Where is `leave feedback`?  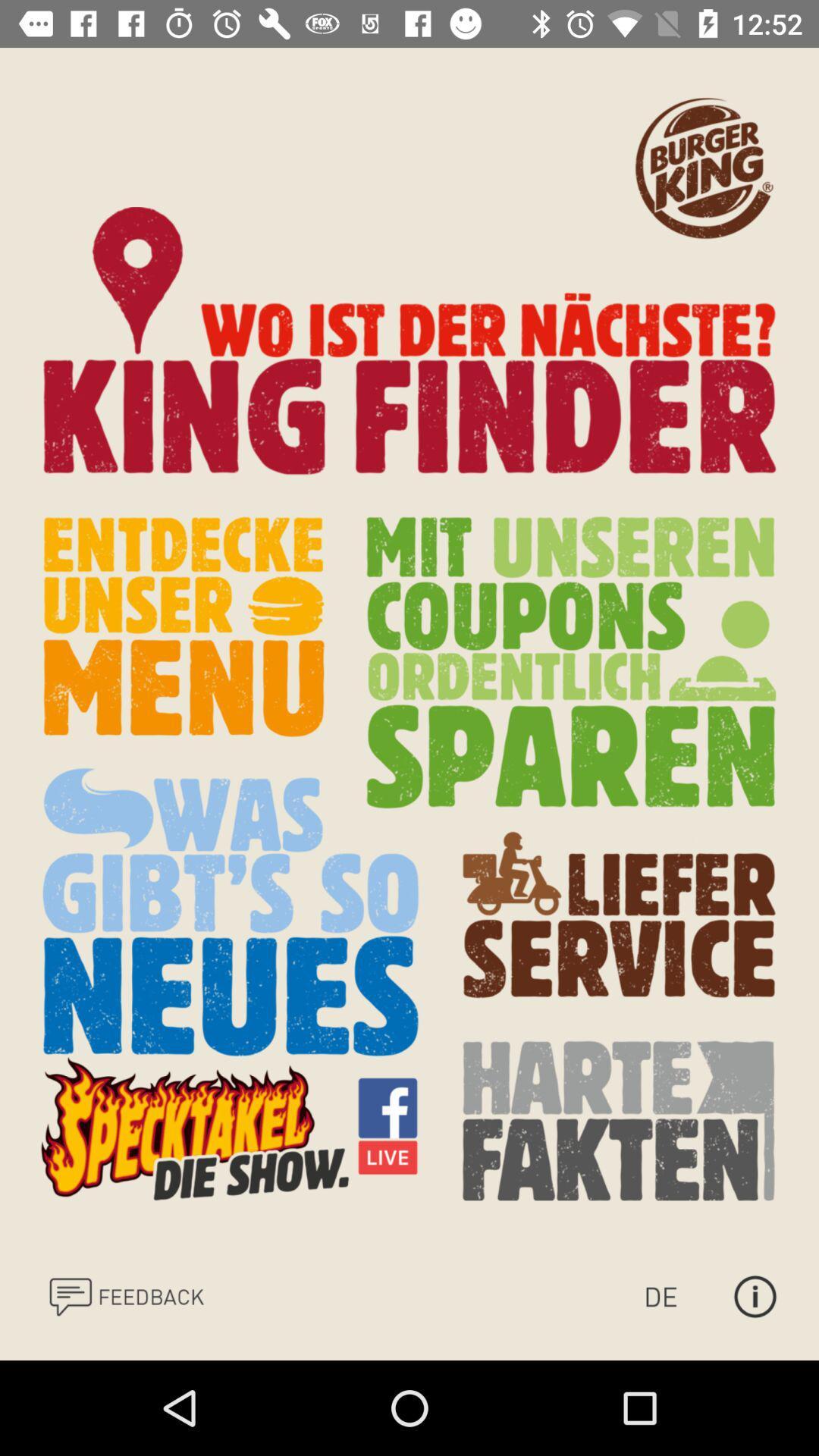
leave feedback is located at coordinates (125, 1295).